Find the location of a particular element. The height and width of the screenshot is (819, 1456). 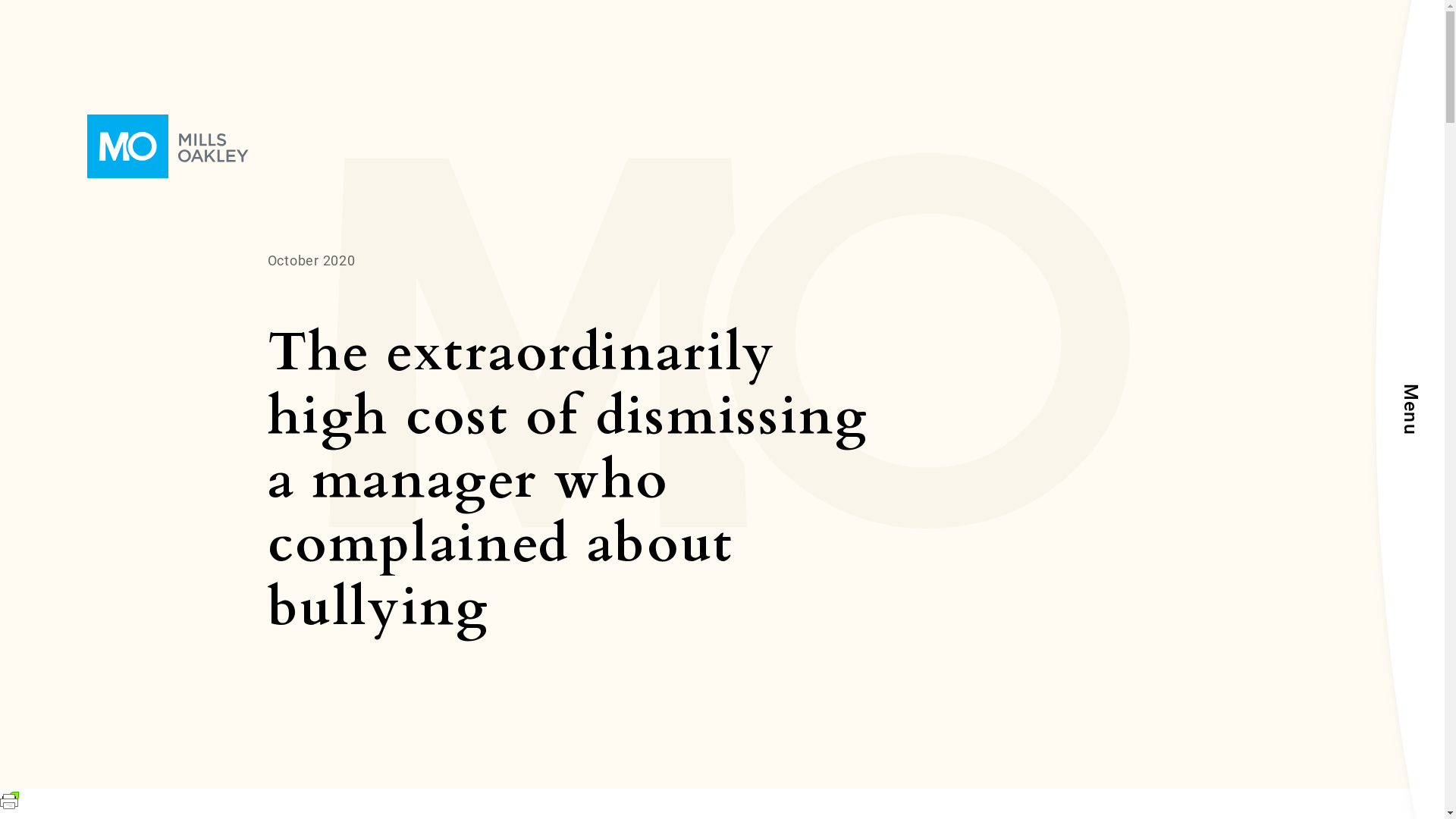

'Printer Friendly, PDF & Email' is located at coordinates (9, 803).